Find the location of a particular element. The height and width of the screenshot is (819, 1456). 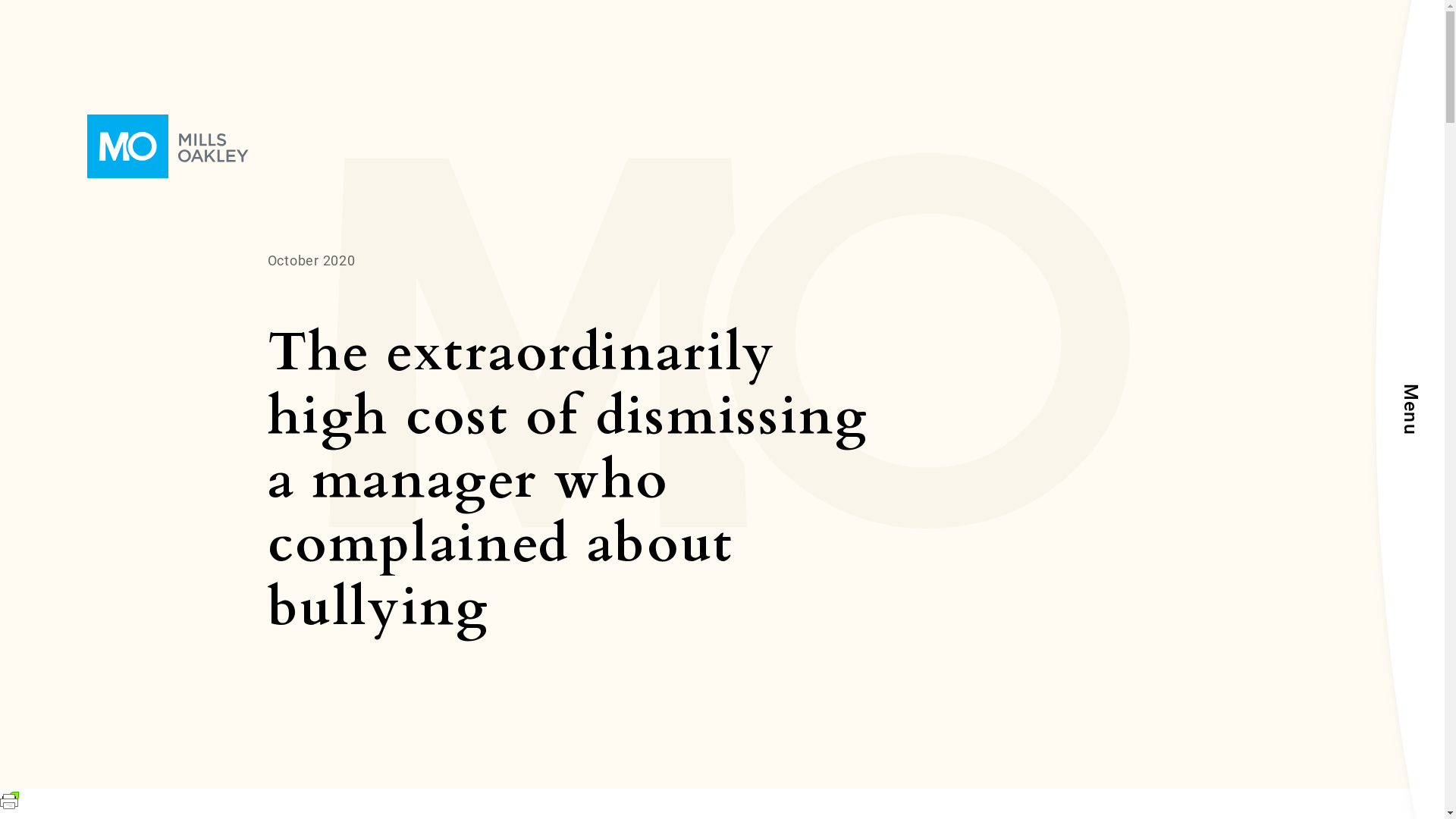

'Printer Friendly, PDF & Email' is located at coordinates (9, 803).